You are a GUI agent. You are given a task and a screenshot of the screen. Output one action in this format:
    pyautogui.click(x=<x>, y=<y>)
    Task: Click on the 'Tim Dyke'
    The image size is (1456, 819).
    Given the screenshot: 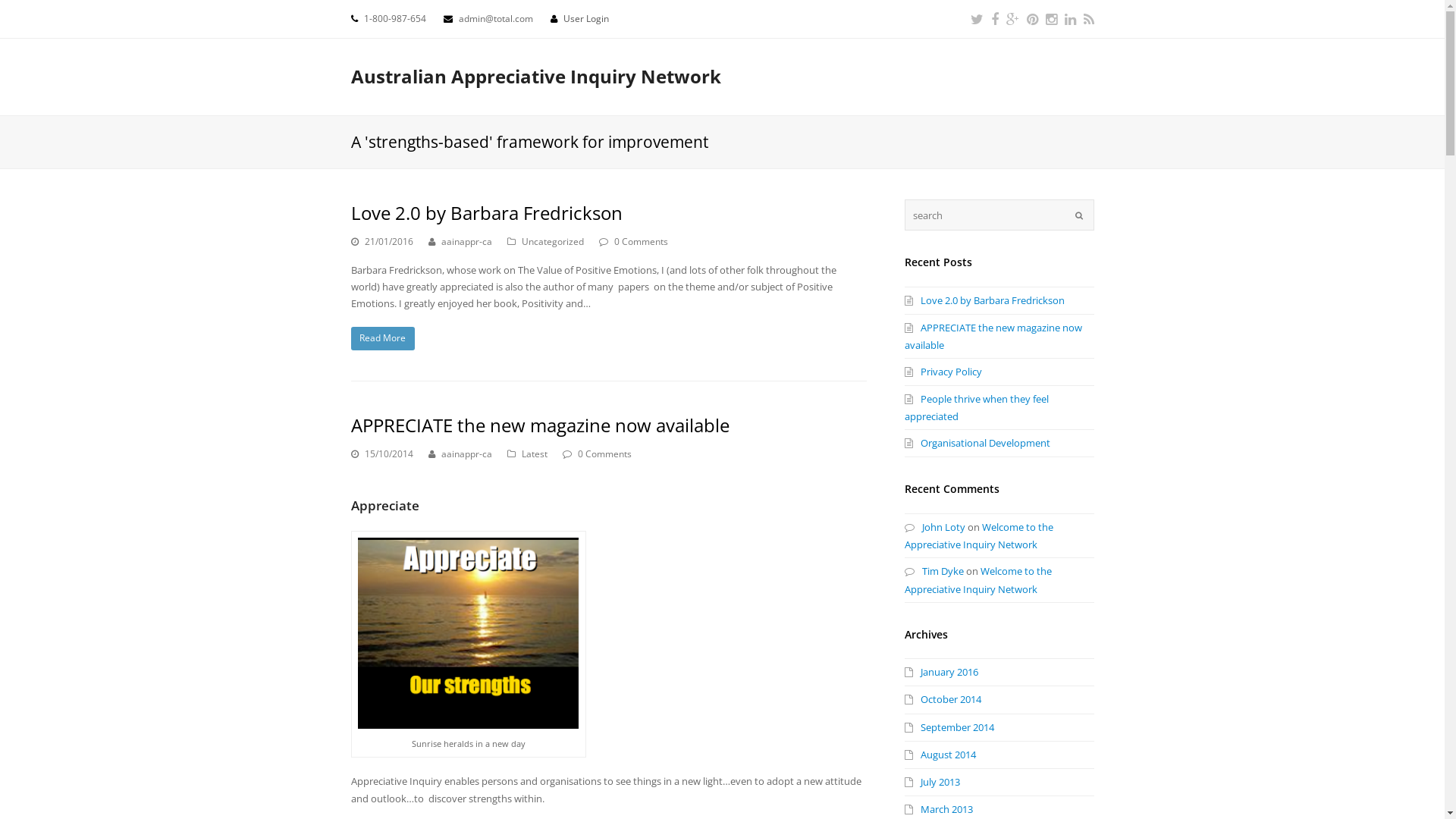 What is the action you would take?
    pyautogui.click(x=932, y=570)
    